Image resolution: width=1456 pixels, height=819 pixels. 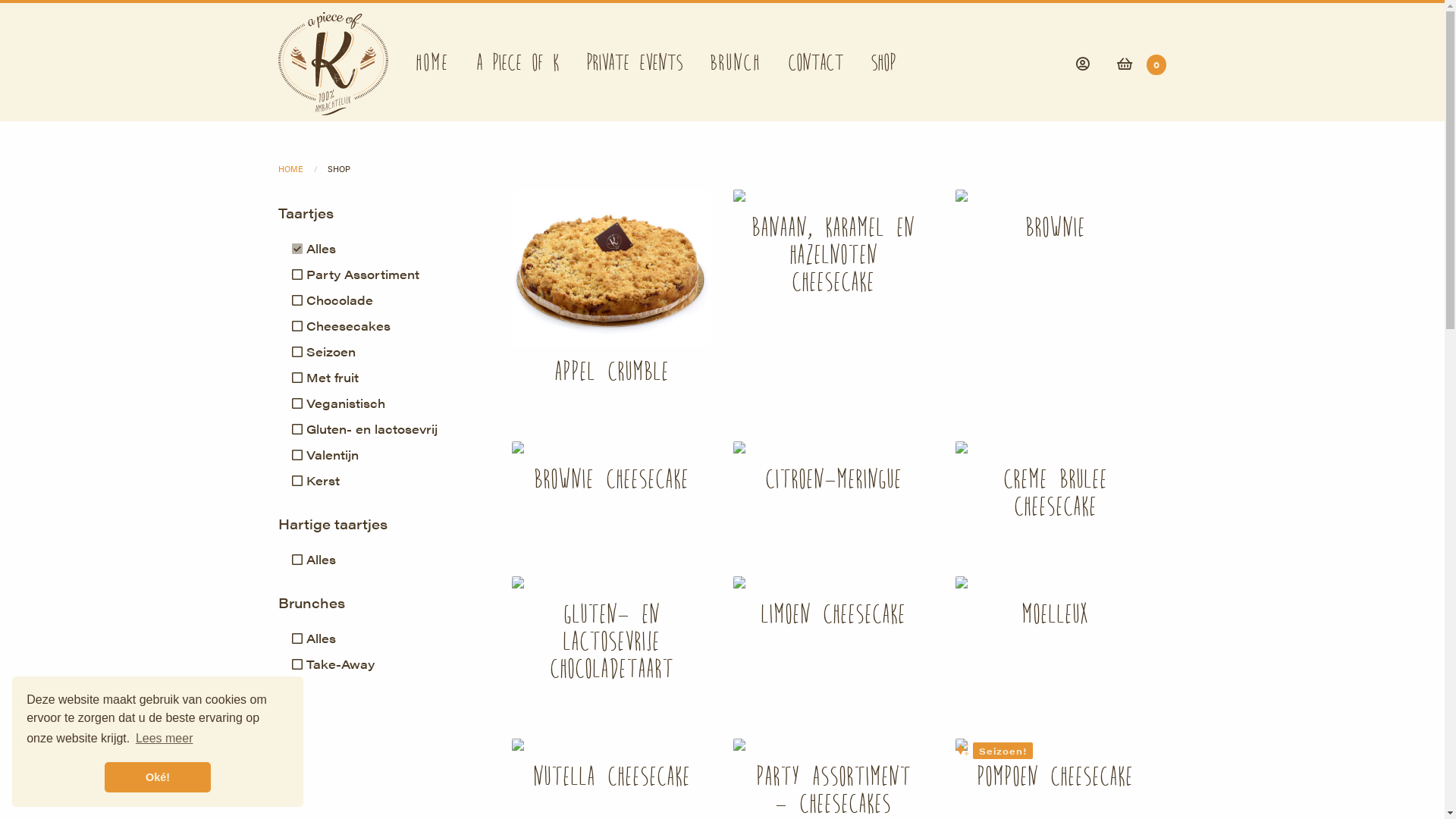 I want to click on 'Brownie Cheesecake', so click(x=512, y=473).